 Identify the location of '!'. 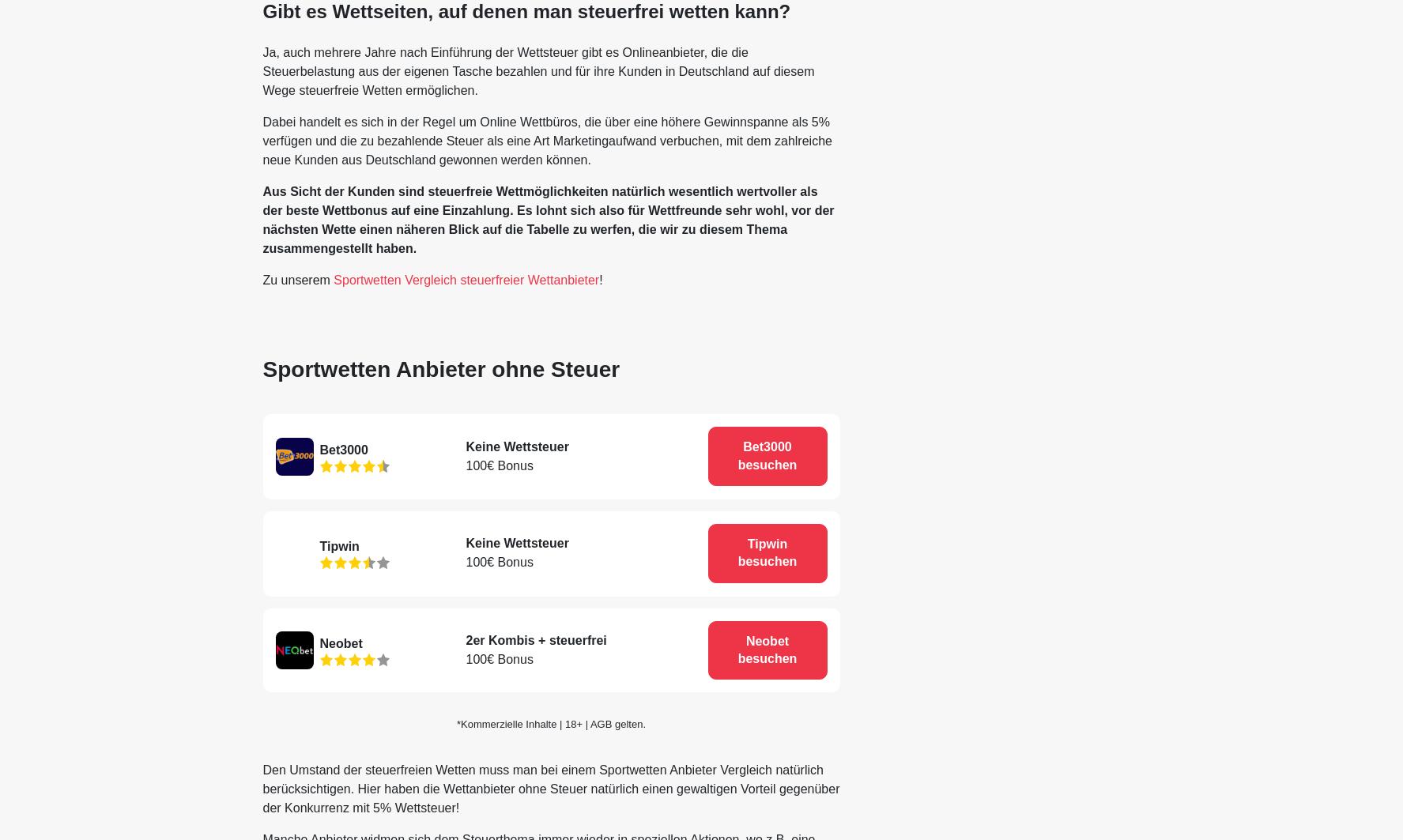
(598, 279).